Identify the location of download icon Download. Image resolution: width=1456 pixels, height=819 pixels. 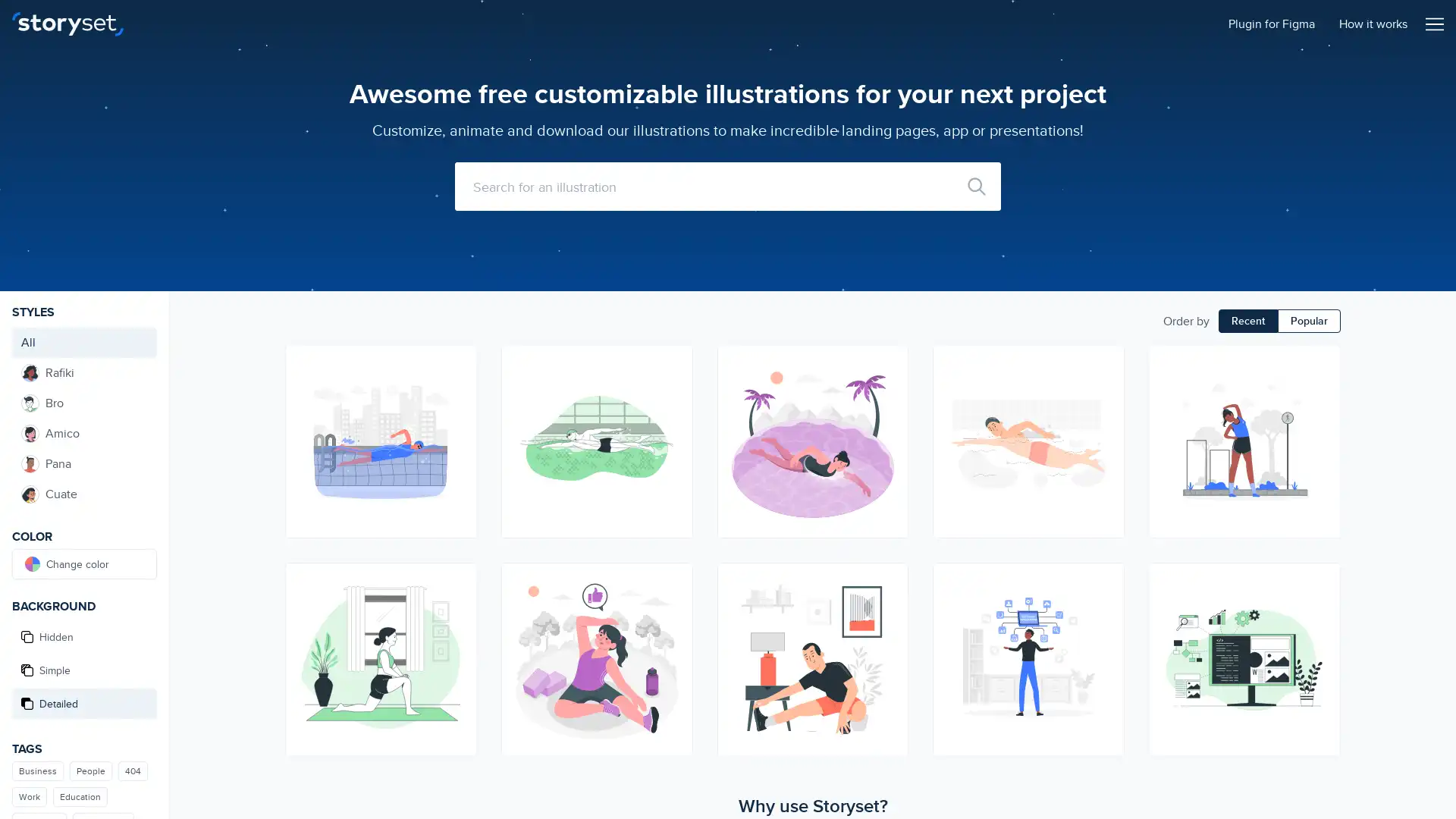
(673, 391).